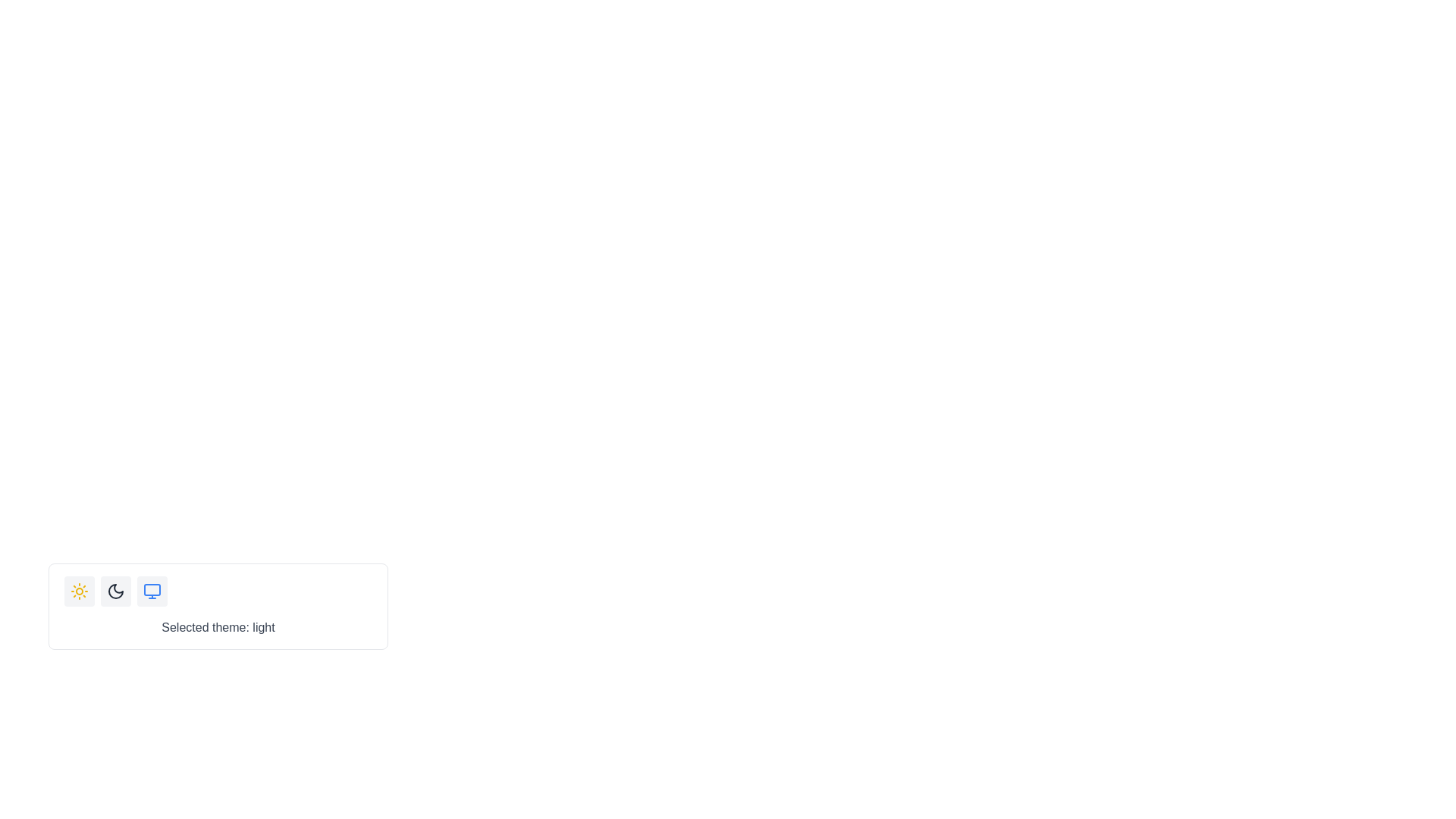 The image size is (1456, 819). What do you see at coordinates (115, 590) in the screenshot?
I see `the button with a moon icon at its center` at bounding box center [115, 590].